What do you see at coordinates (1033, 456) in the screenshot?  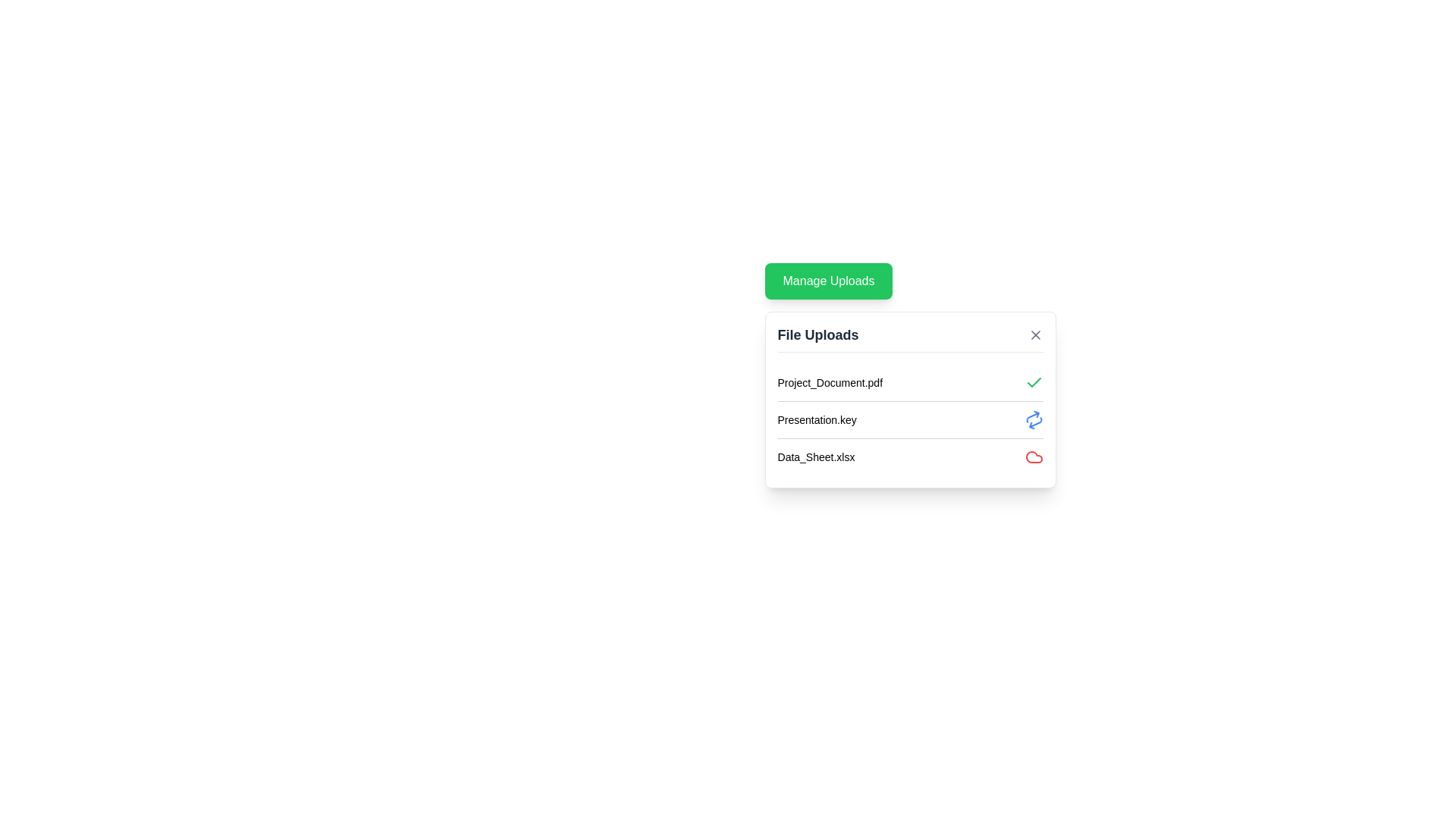 I see `the icon component within the SVG that represents an action related to the 'Data_Sheet.xlsx' file in the 'File Uploads' card` at bounding box center [1033, 456].